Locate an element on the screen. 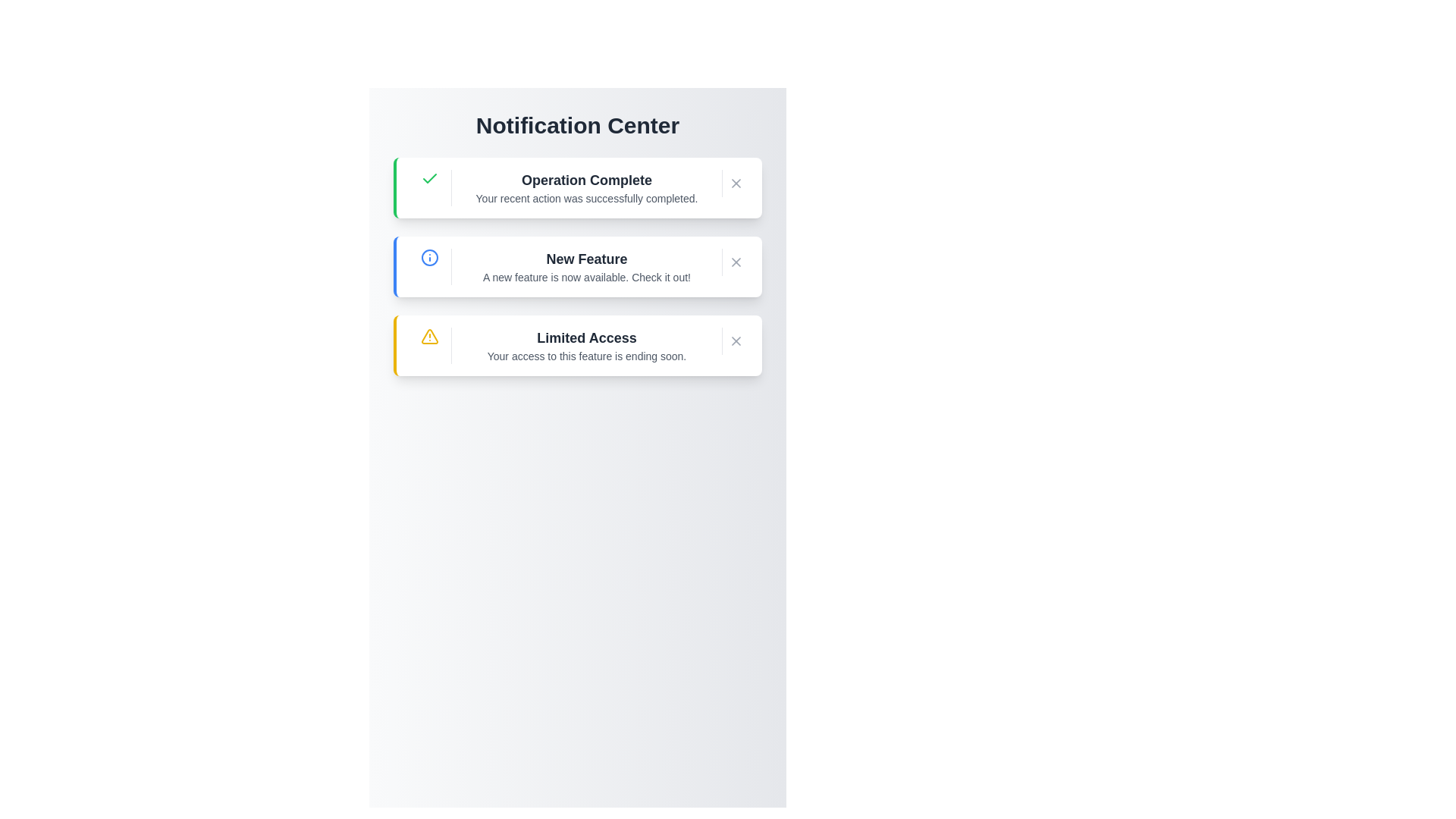 The image size is (1456, 819). the static text block that informs the user about new feature availability, located in the second notification box of the Notification Center panel, between the 'Operation Complete' and 'Limited Access' notifications is located at coordinates (585, 265).